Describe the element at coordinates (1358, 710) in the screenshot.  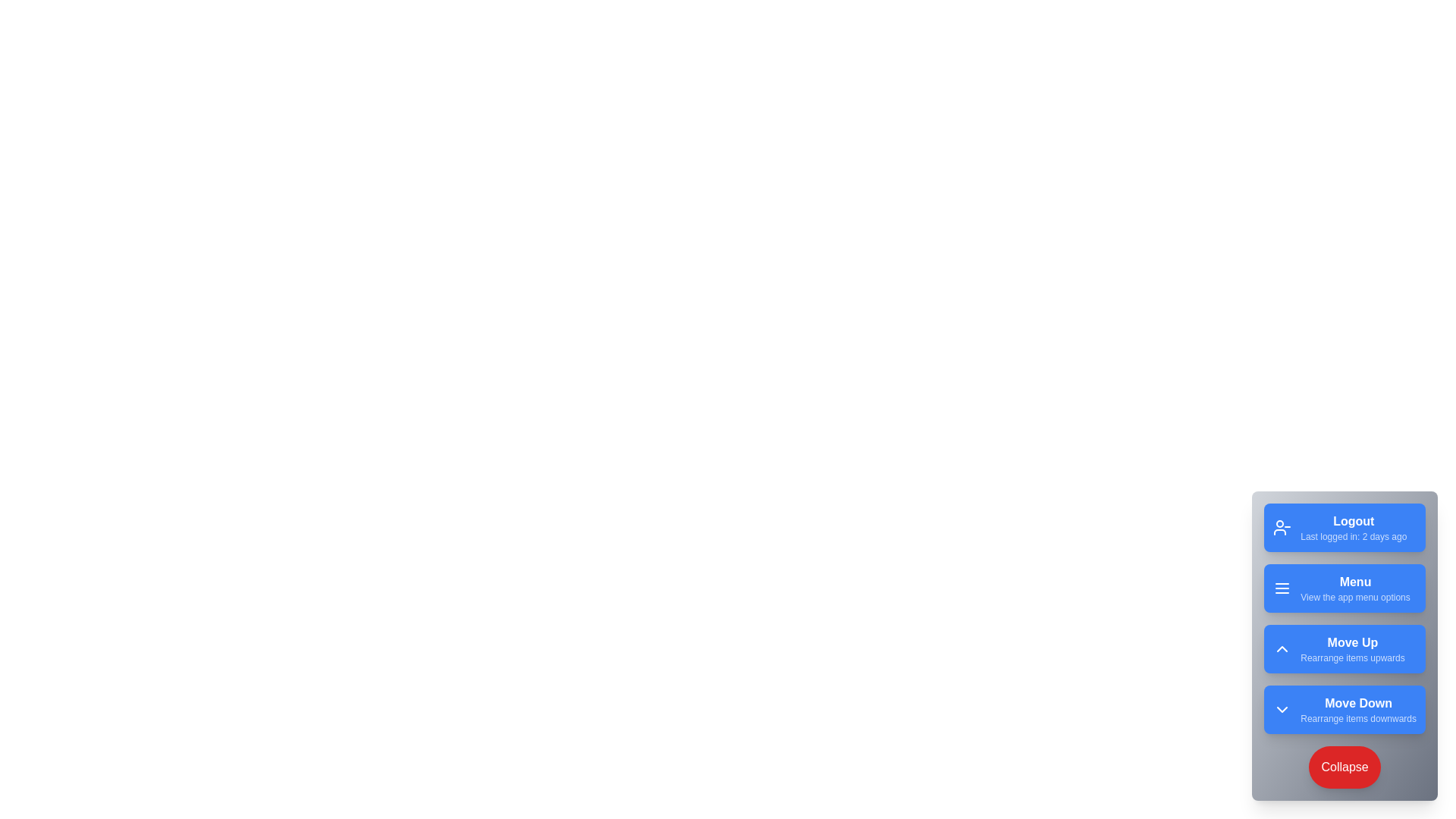
I see `the 'Move Down' button, which features a bold title and a subtitle, located in the lower section of a vertical menu with a bright blue background` at that location.